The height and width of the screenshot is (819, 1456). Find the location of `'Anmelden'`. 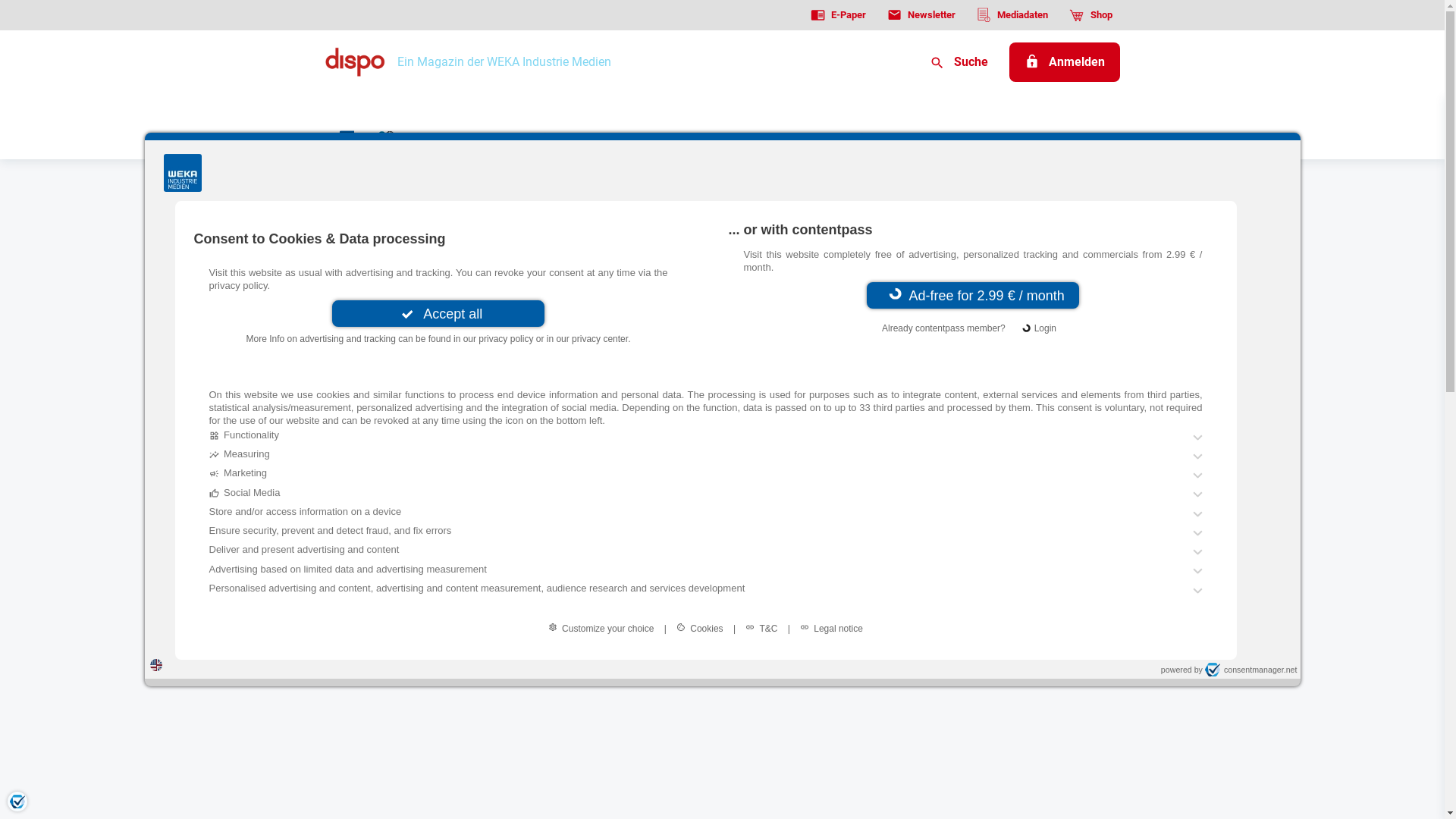

'Anmelden' is located at coordinates (1062, 61).